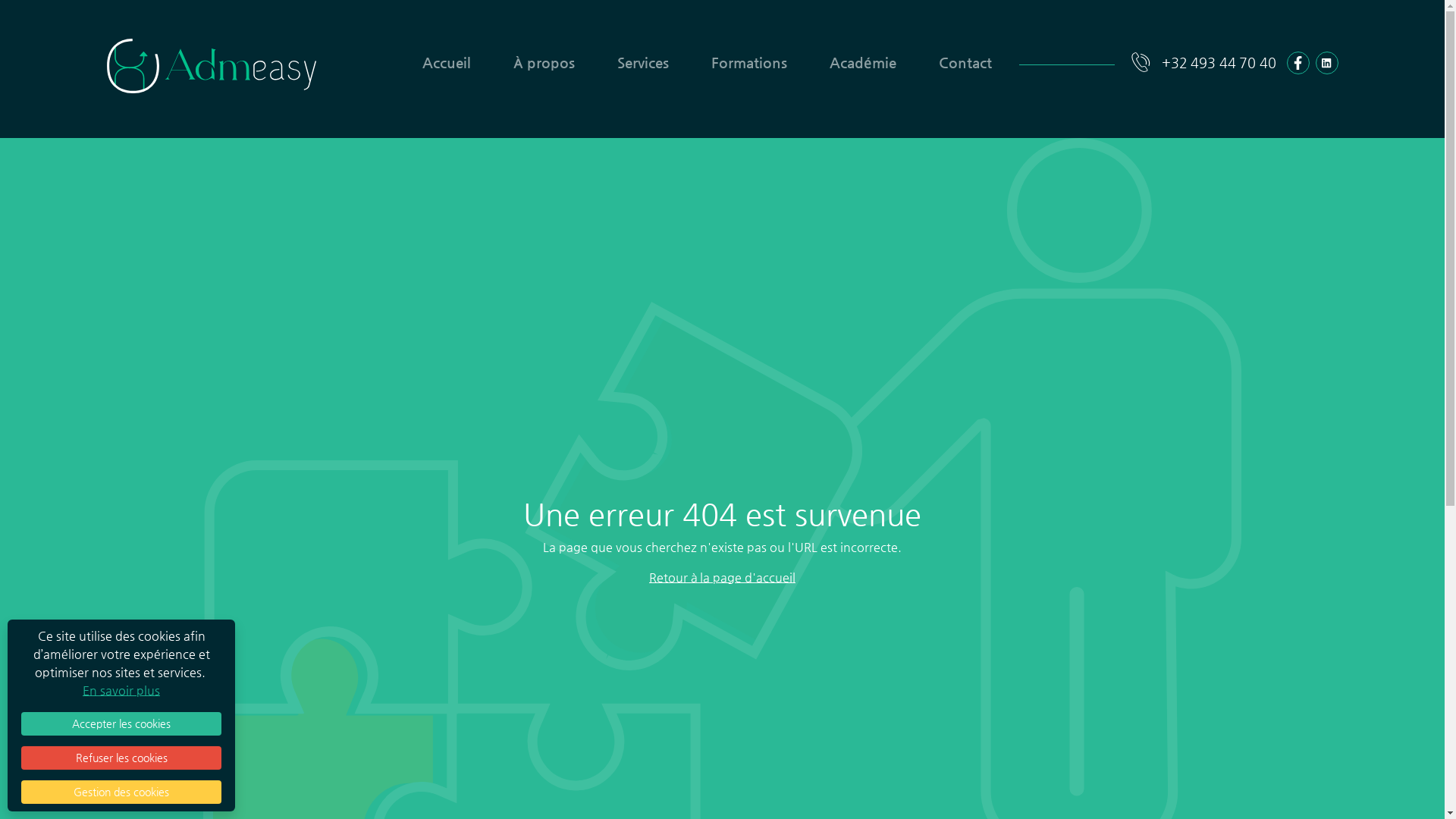 This screenshot has height=819, width=1456. Describe the element at coordinates (120, 723) in the screenshot. I see `'Accepter les cookies'` at that location.